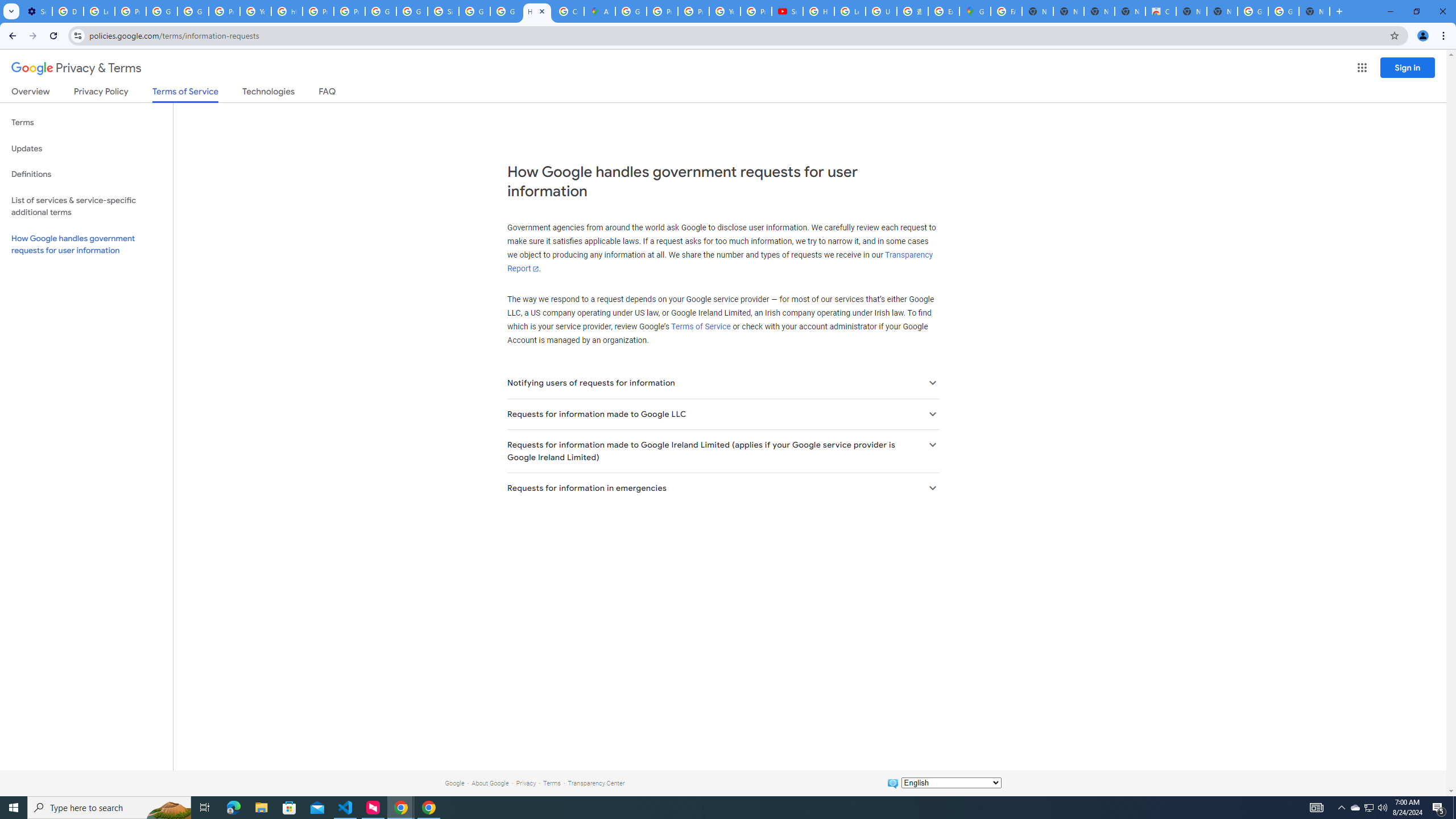 Image resolution: width=1456 pixels, height=819 pixels. What do you see at coordinates (1252, 11) in the screenshot?
I see `'Google Images'` at bounding box center [1252, 11].